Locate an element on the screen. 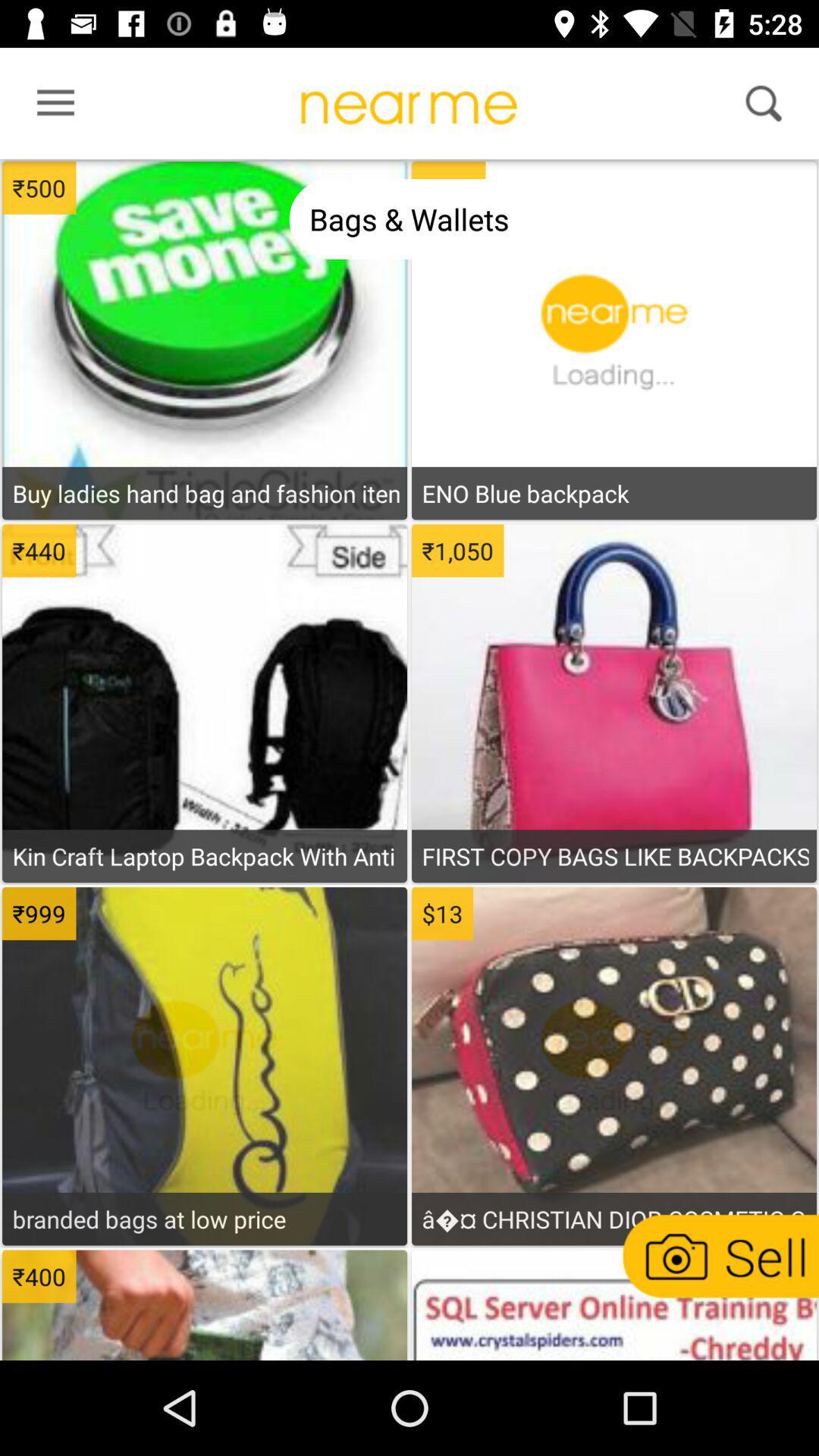 Image resolution: width=819 pixels, height=1456 pixels. menu is located at coordinates (50, 106).